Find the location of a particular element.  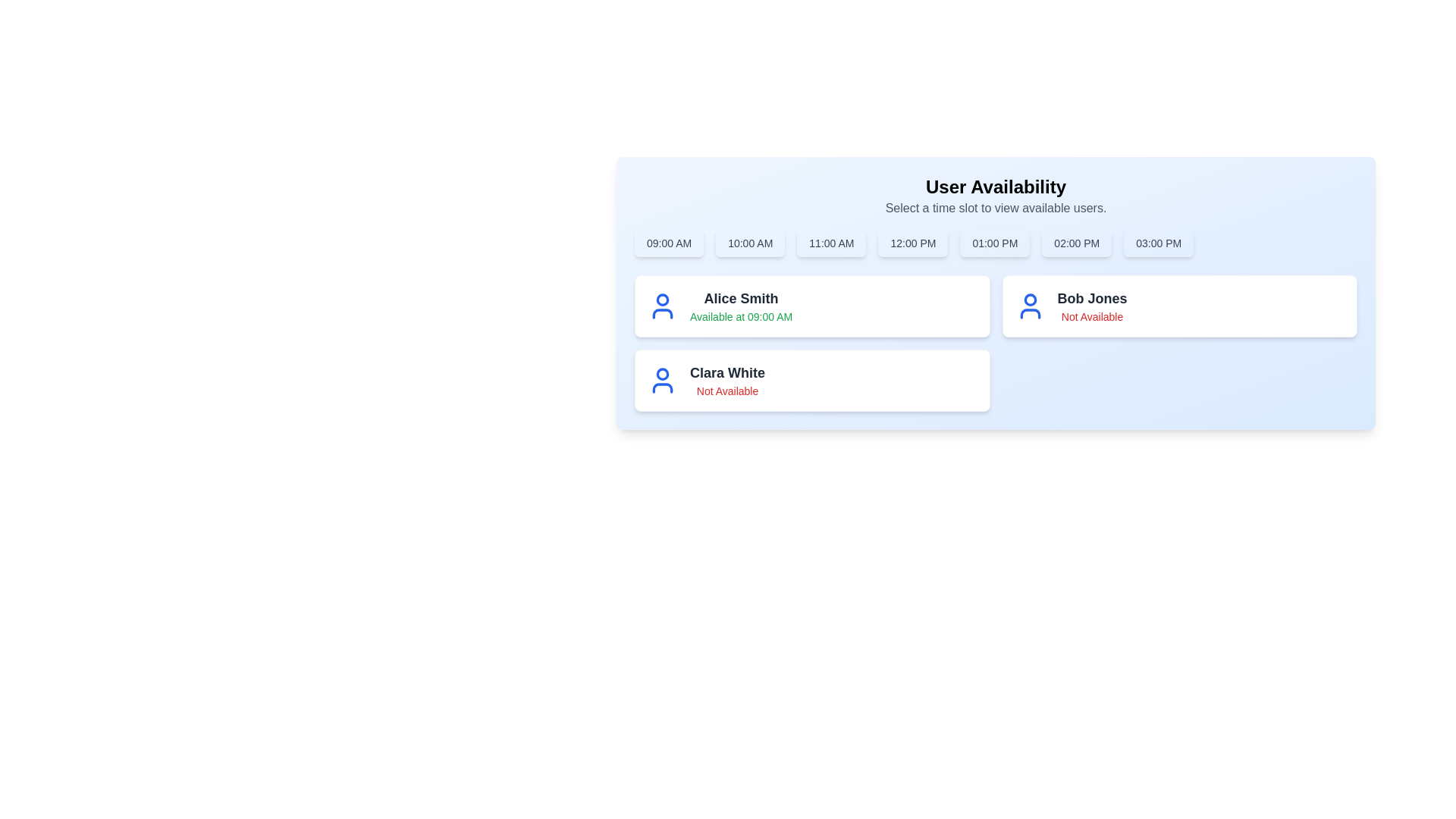

the Text Label displaying 'Clara White', which is styled in dark gray and located in the second slot of the left column within the user availability section is located at coordinates (726, 373).